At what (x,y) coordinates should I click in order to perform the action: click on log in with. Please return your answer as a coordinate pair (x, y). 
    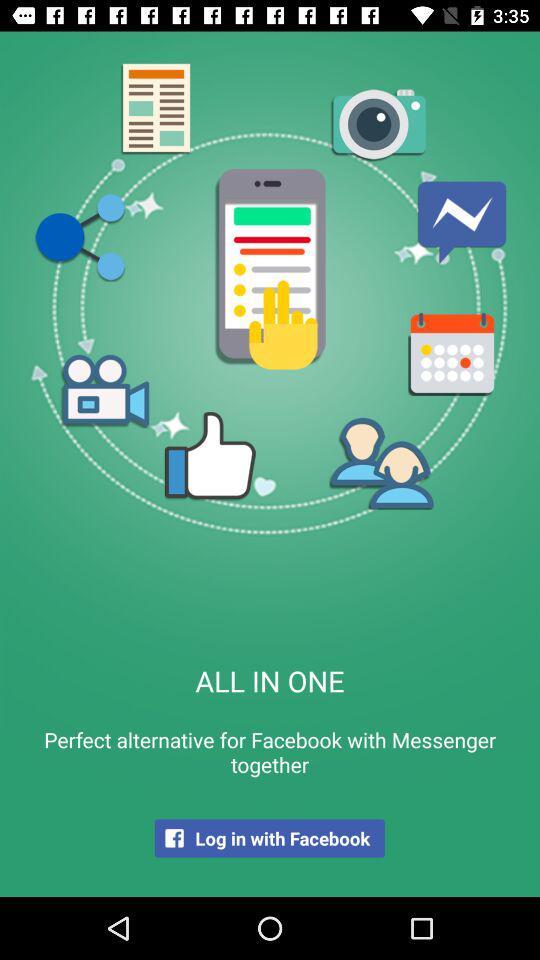
    Looking at the image, I should click on (269, 838).